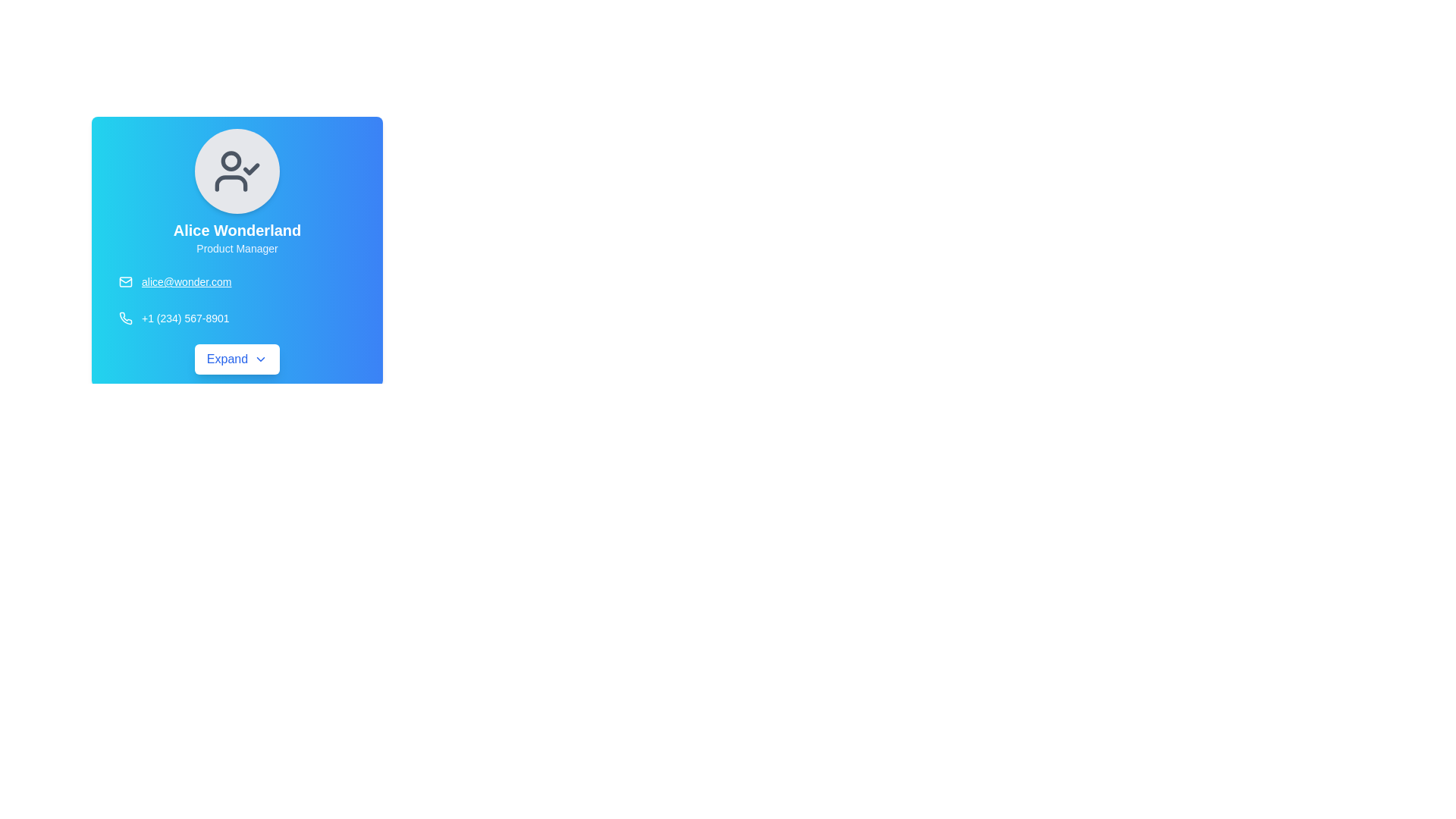 The width and height of the screenshot is (1456, 819). I want to click on the 'Expand' button that displays the text in blue sans-serif font, which is located below the profile details section, so click(226, 359).